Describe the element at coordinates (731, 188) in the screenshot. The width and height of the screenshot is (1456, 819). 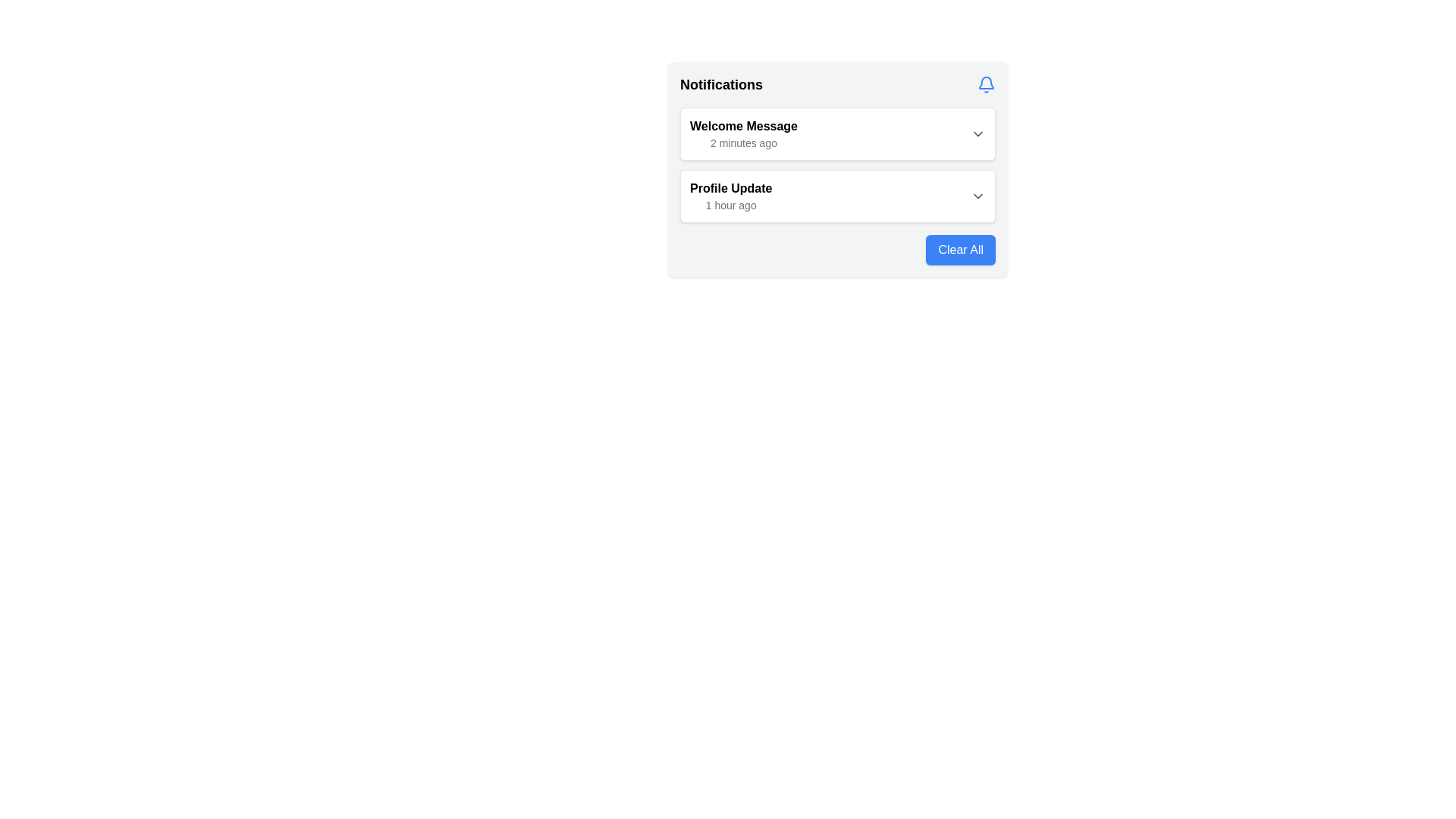
I see `bold text label 'Profile Update' which serves as the title of the second notification card in the notification list, positioned under 'Welcome Message'` at that location.